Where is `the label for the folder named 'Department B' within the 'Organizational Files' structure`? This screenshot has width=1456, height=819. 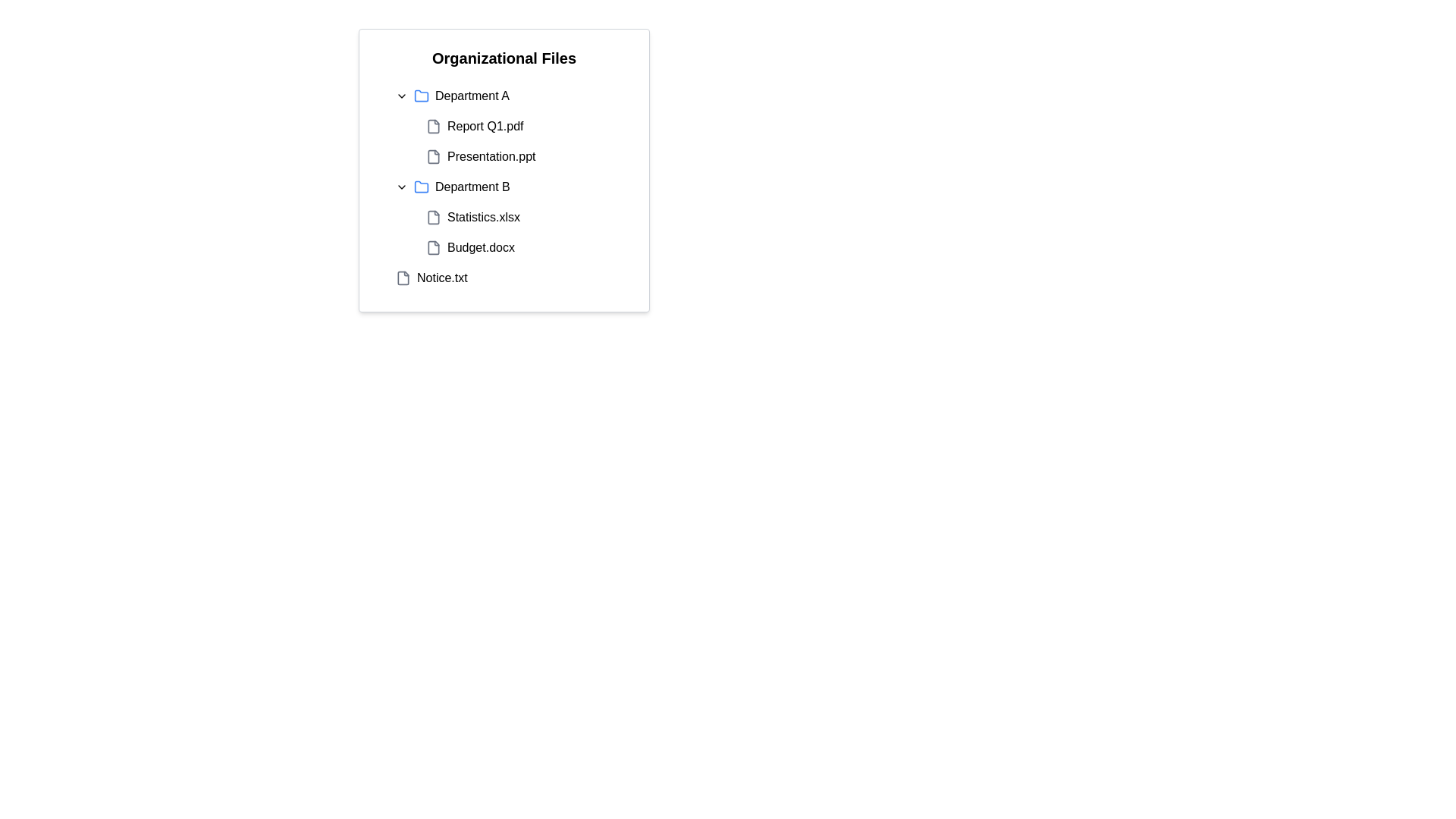 the label for the folder named 'Department B' within the 'Organizational Files' structure is located at coordinates (472, 186).